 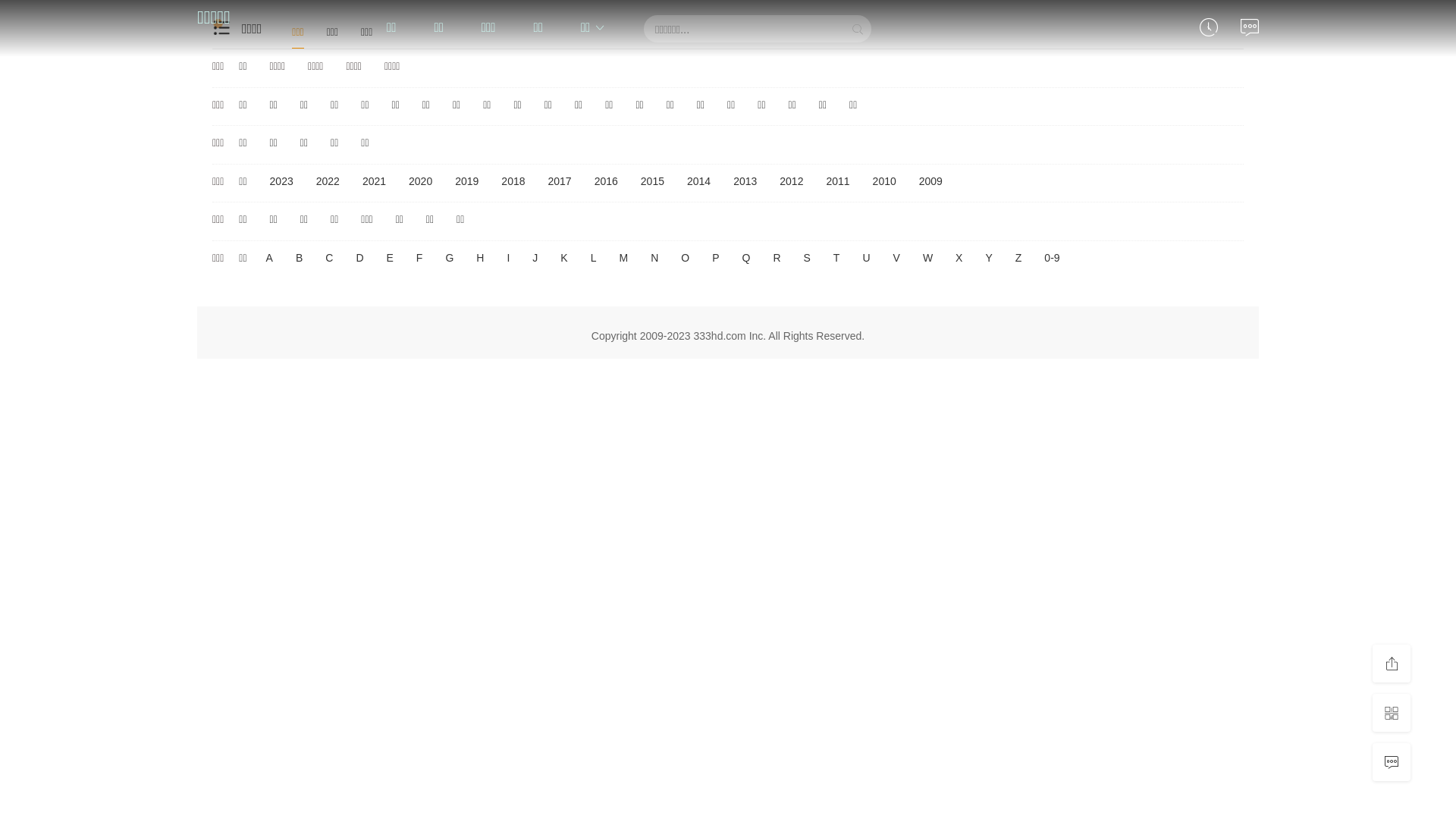 I want to click on 'Z', so click(x=1018, y=257).